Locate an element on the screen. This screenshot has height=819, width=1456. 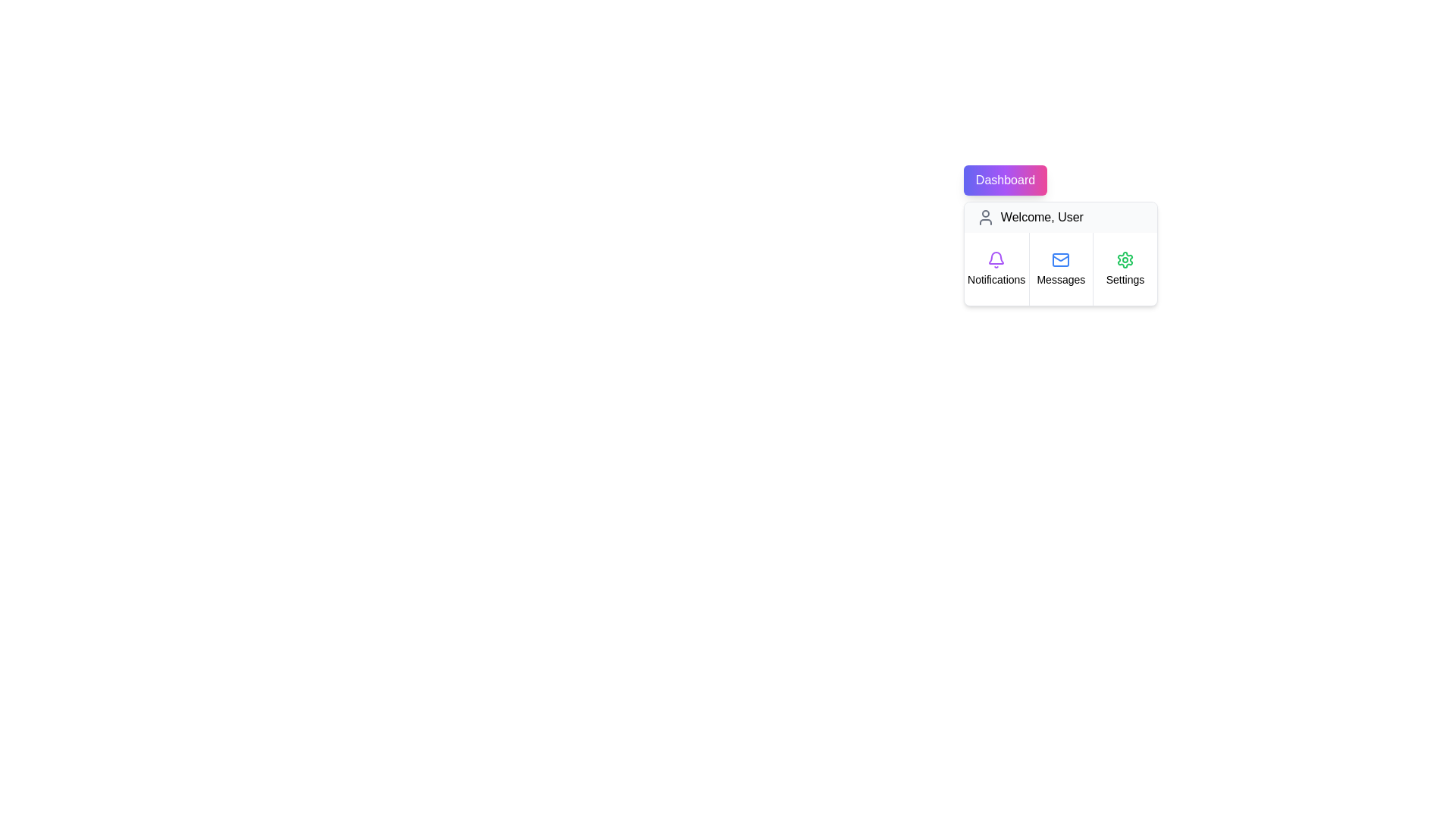
'Messages' button in the dropdown menu is located at coordinates (1059, 268).